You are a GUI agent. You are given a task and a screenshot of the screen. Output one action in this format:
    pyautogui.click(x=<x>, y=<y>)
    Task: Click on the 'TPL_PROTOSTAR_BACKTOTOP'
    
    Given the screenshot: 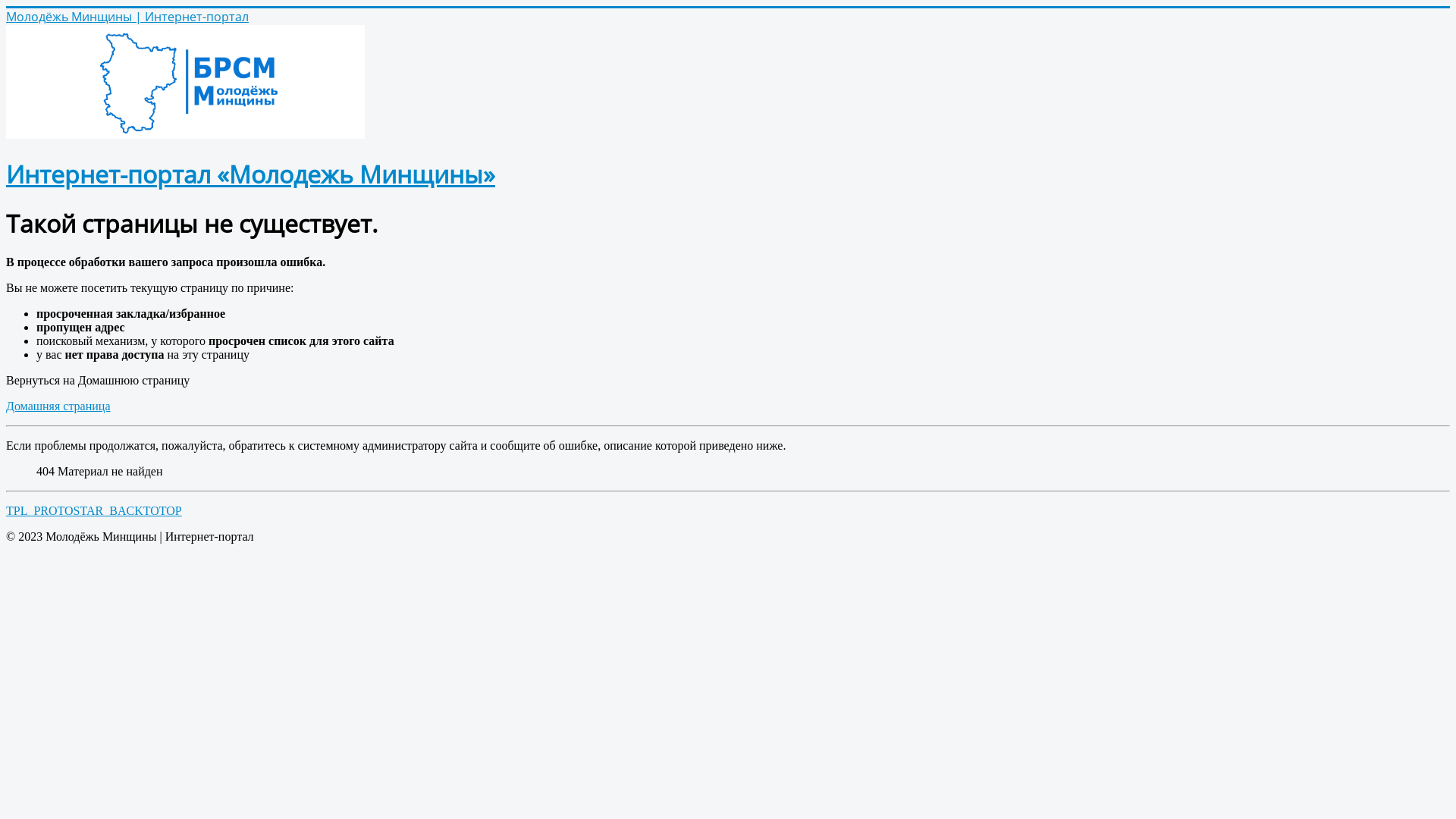 What is the action you would take?
    pyautogui.click(x=93, y=510)
    